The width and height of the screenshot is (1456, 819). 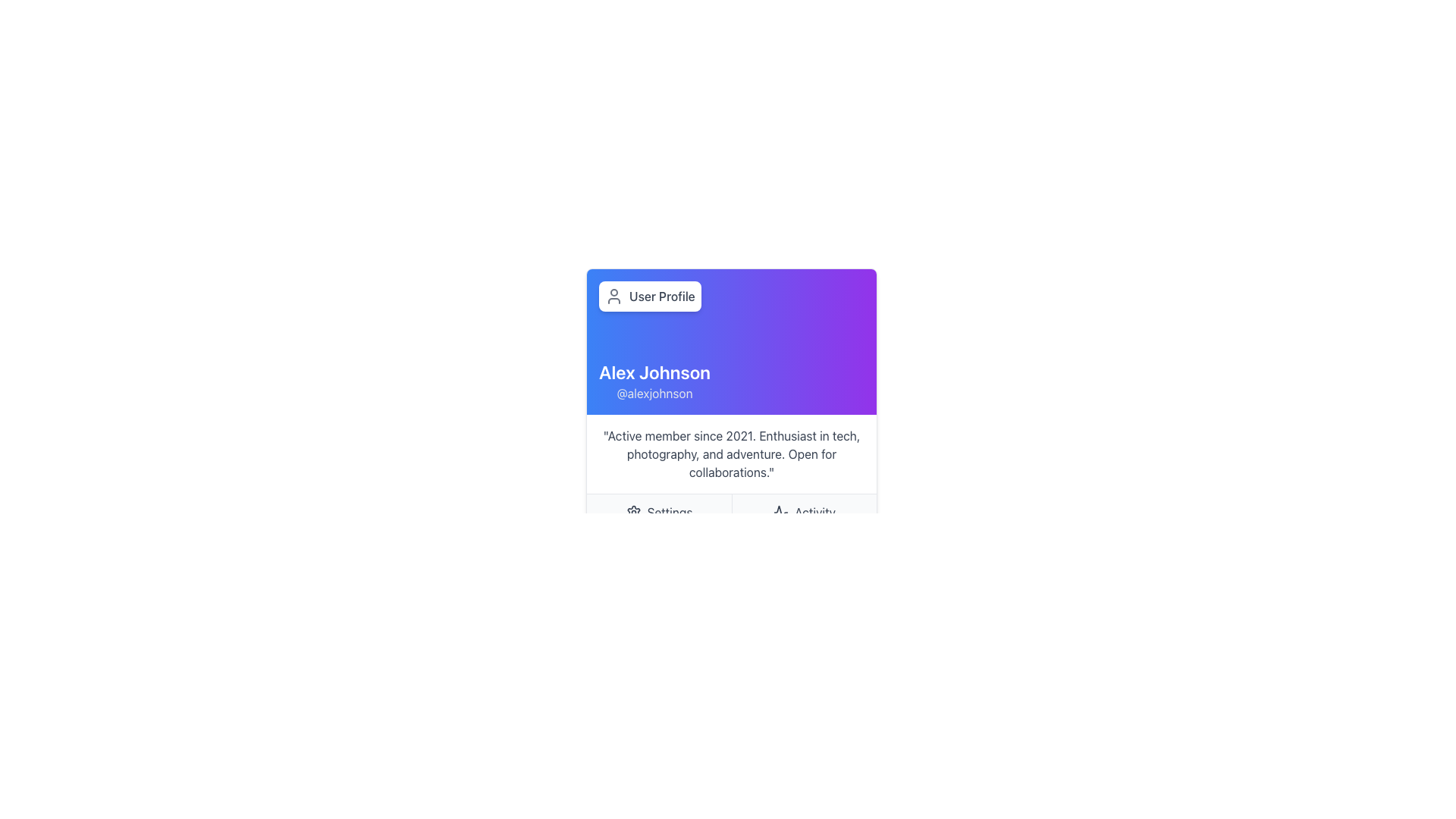 I want to click on the monochromatic SVG icon representing a stylized waveform, located to the right of the word 'Activity' in the profile description section, so click(x=781, y=512).